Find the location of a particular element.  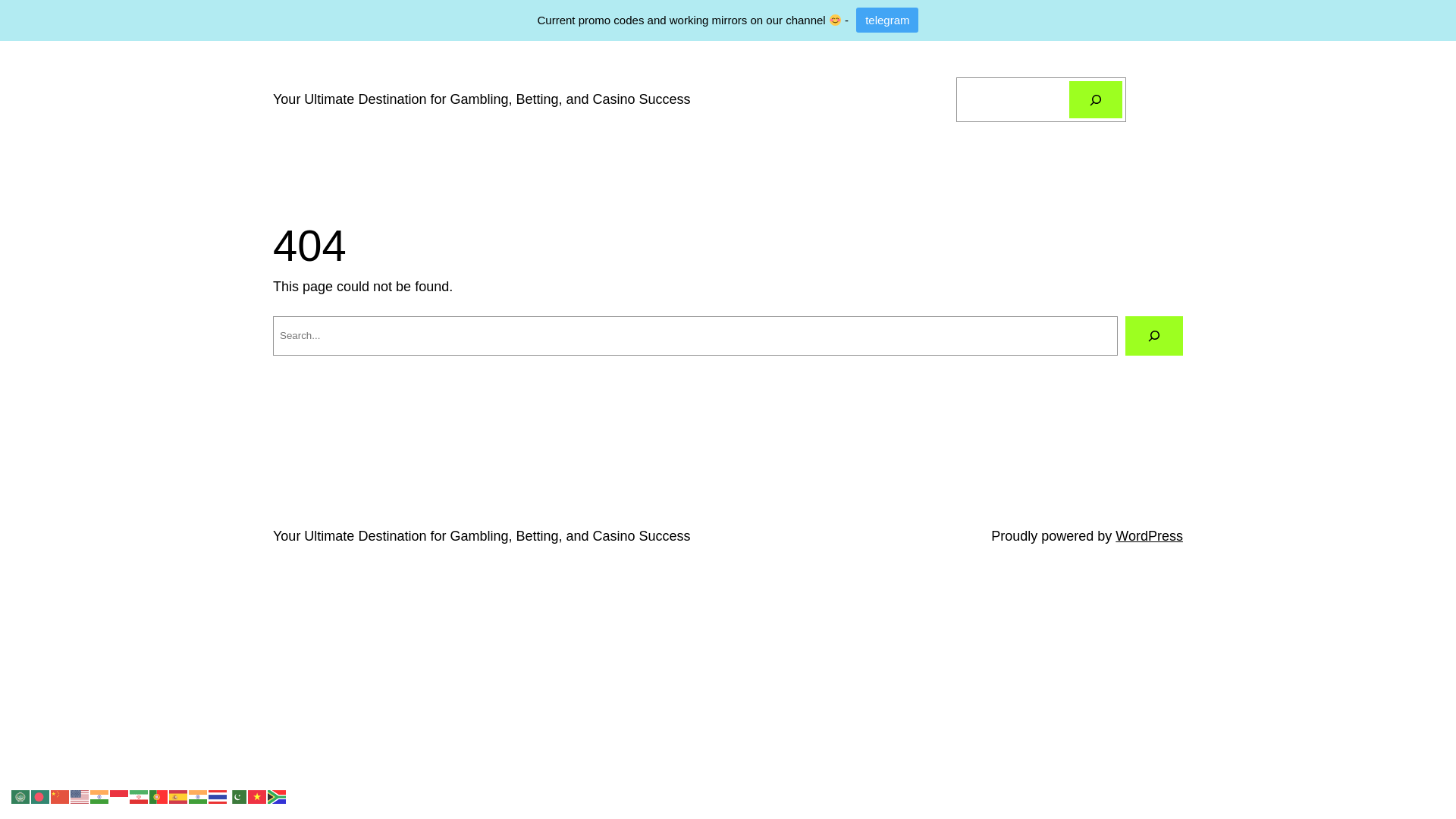

'Bengali' is located at coordinates (40, 795).